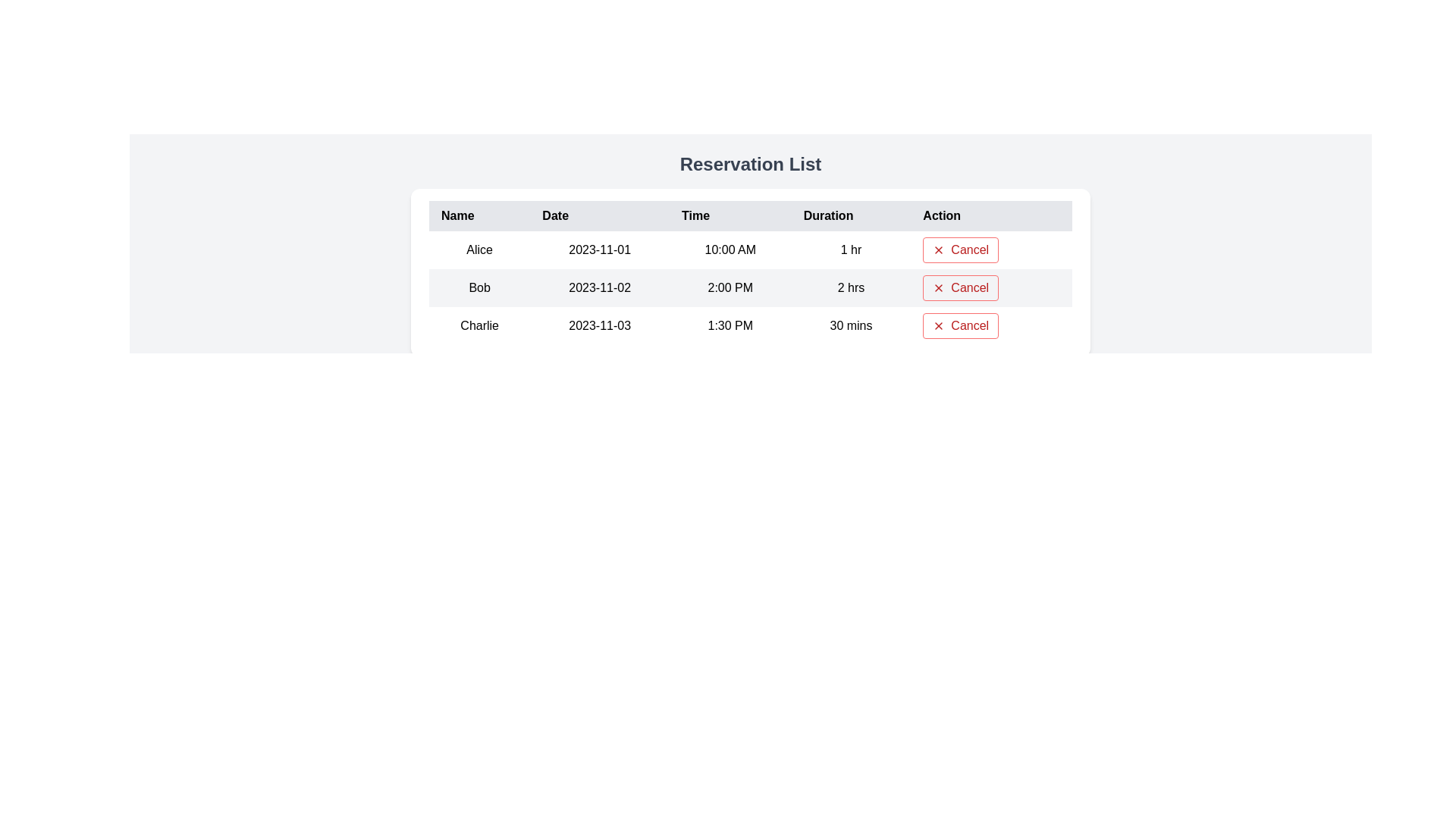 Image resolution: width=1456 pixels, height=819 pixels. What do you see at coordinates (991, 249) in the screenshot?
I see `the 'Cancel' button with a red border and text, located in the fifth column of the first row under the 'Action' header for 'Alice', to potentially reveal additional information or change its appearance` at bounding box center [991, 249].